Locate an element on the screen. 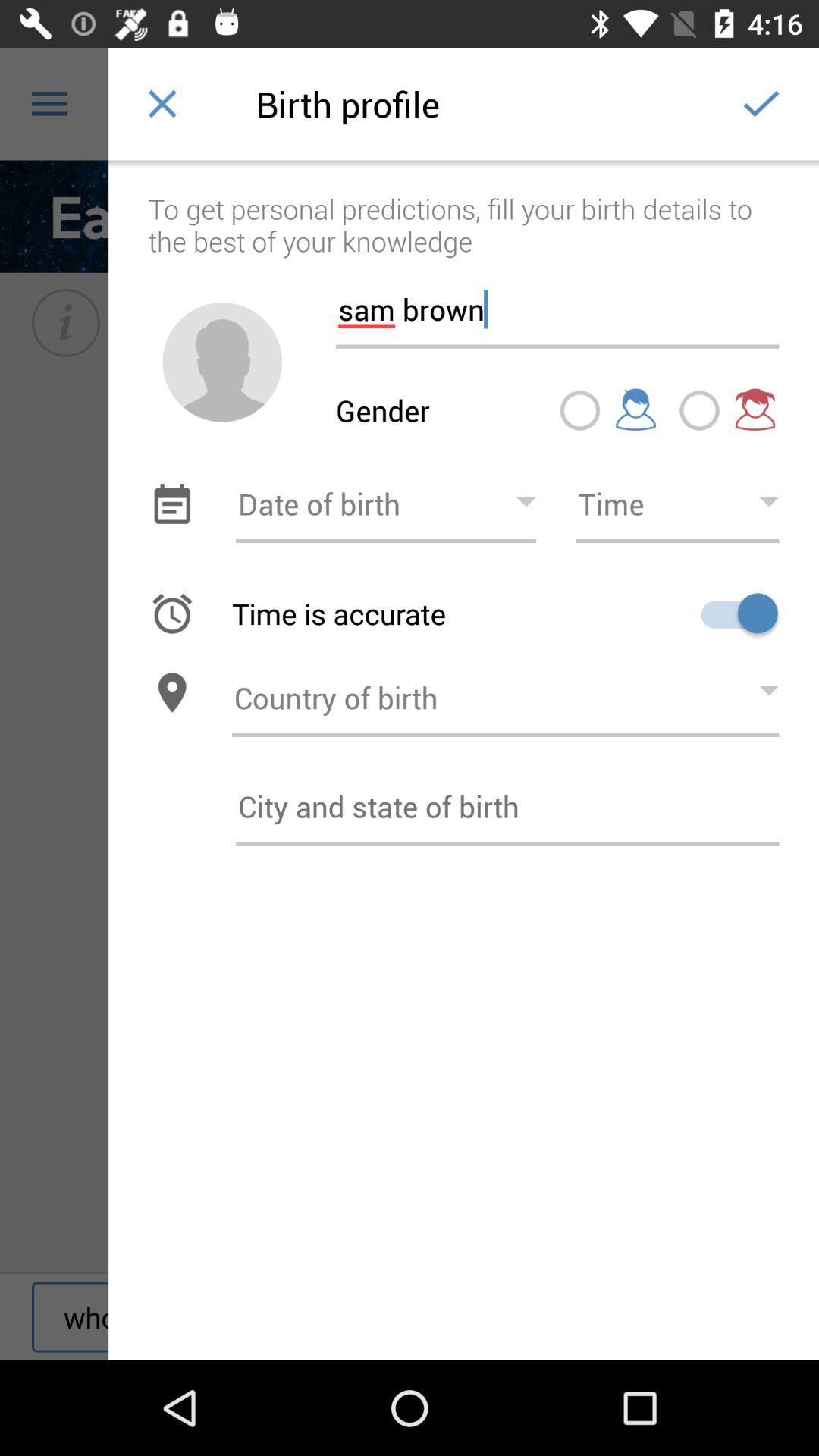 This screenshot has width=819, height=1456. item below birth profile is located at coordinates (463, 209).